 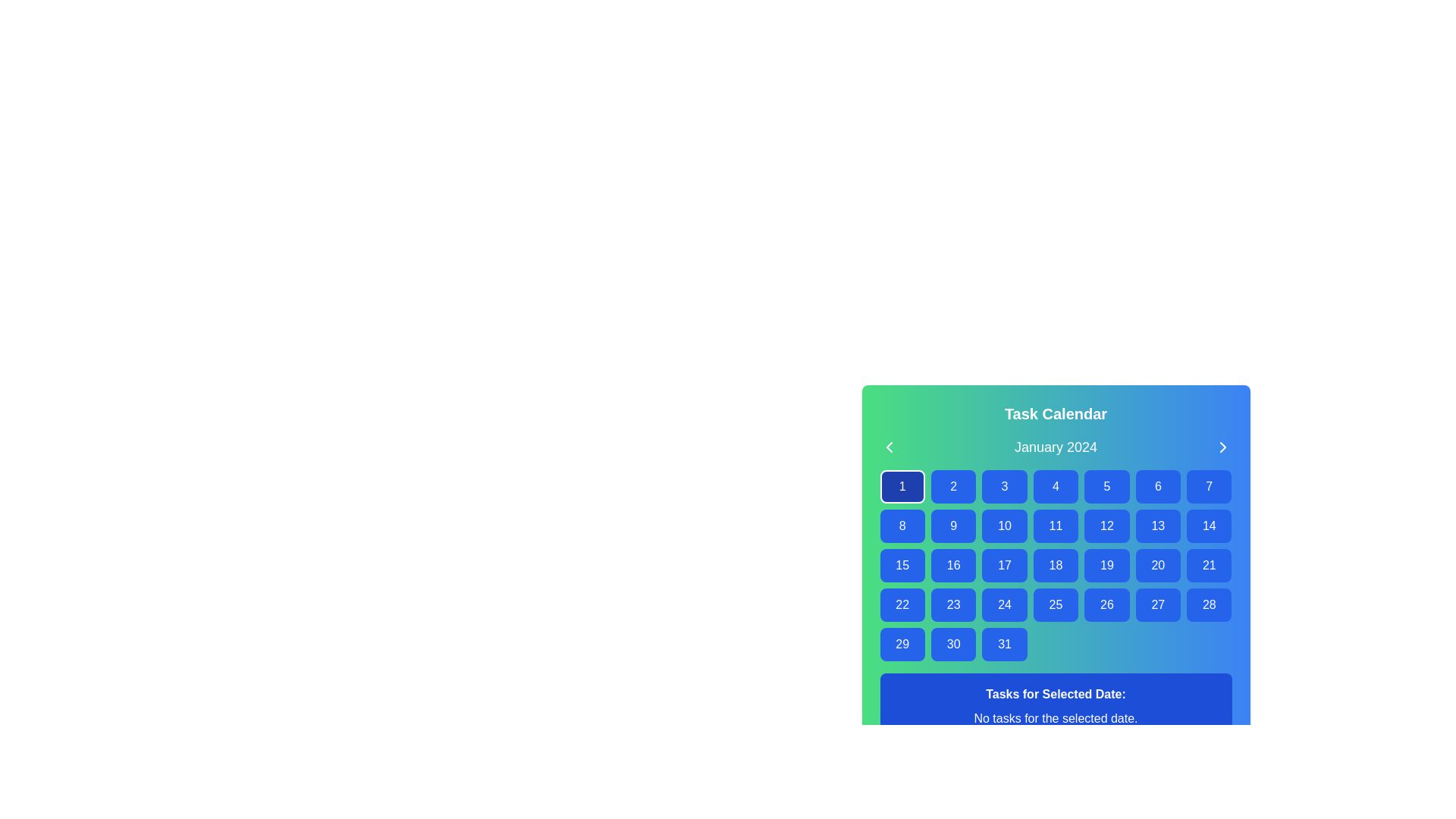 What do you see at coordinates (952, 565) in the screenshot?
I see `the button representing the 16th day of January 2024 in the Task Calendar interface` at bounding box center [952, 565].